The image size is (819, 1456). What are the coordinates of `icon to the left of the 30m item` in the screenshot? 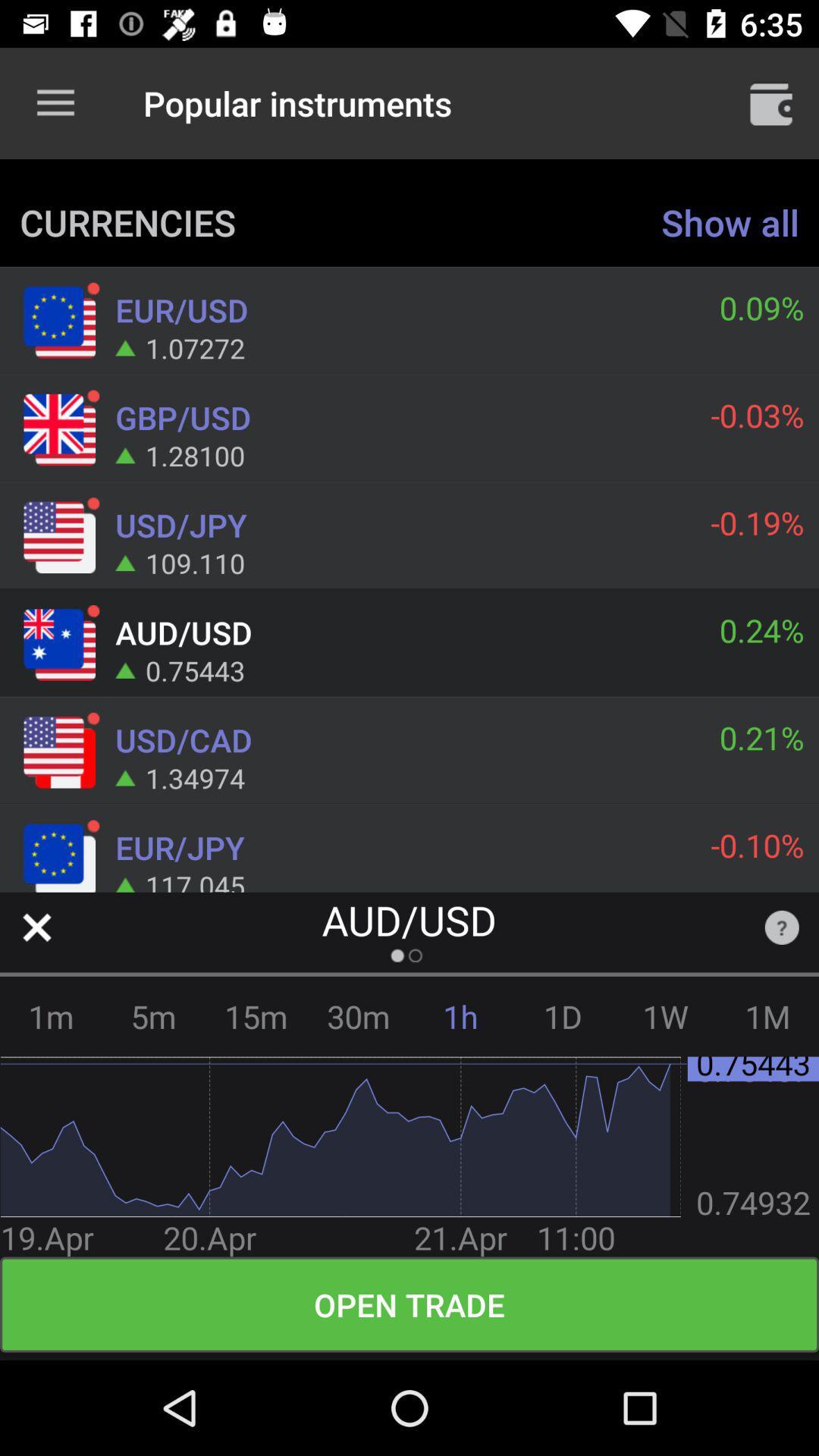 It's located at (255, 1016).